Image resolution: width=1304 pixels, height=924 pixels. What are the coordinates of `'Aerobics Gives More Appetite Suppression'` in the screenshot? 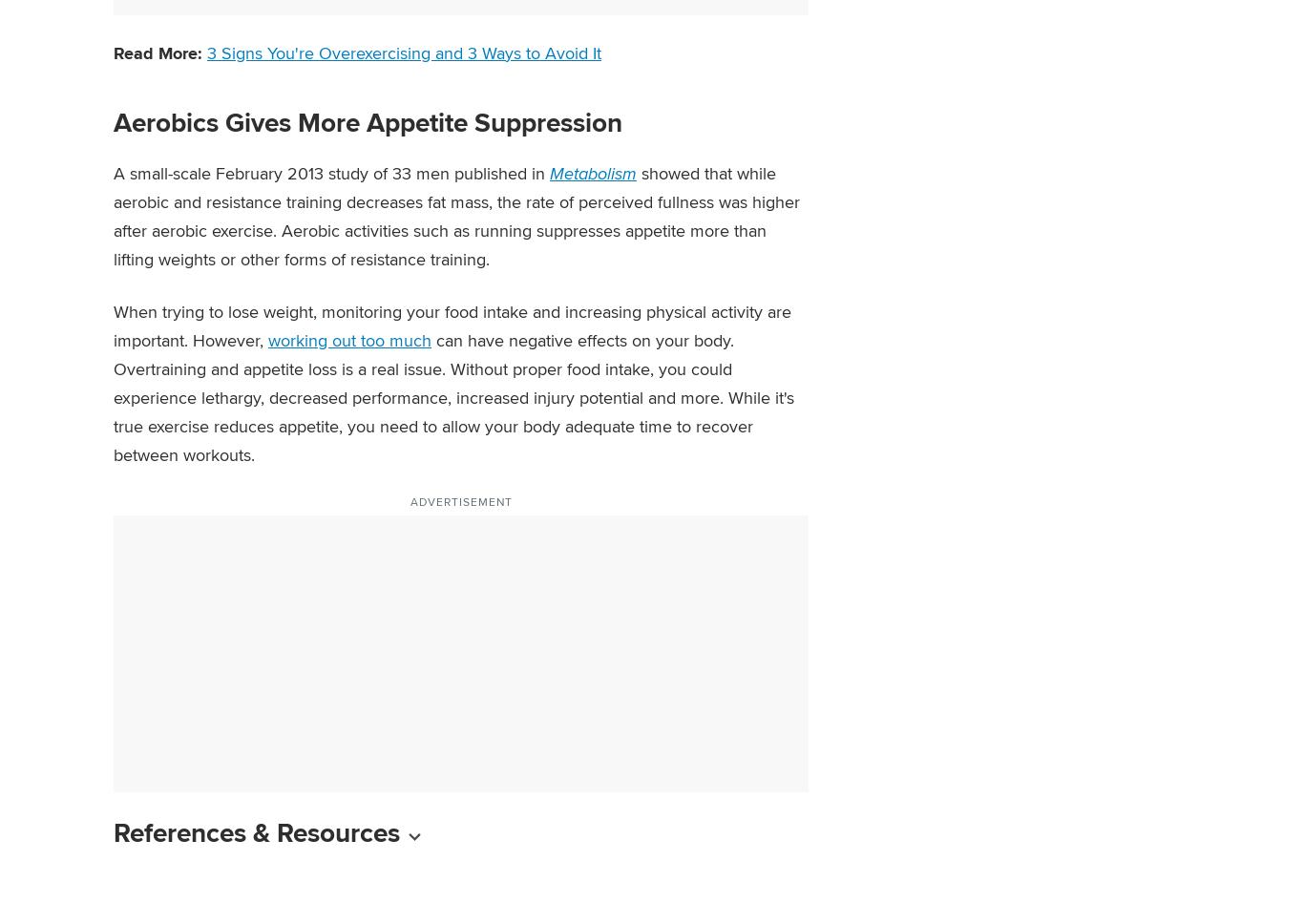 It's located at (367, 120).